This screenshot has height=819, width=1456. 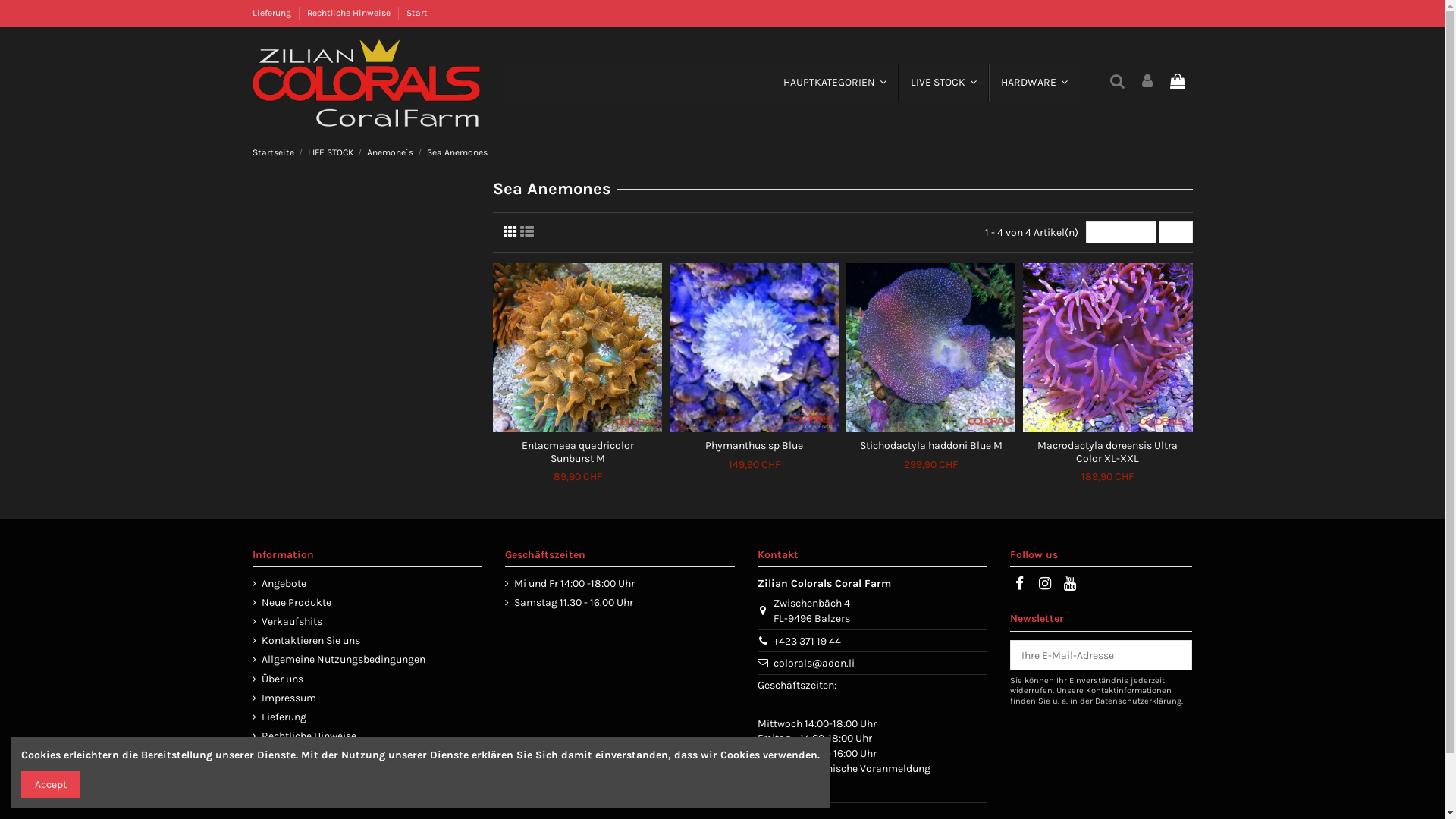 I want to click on 'Neue Produkte', so click(x=291, y=601).